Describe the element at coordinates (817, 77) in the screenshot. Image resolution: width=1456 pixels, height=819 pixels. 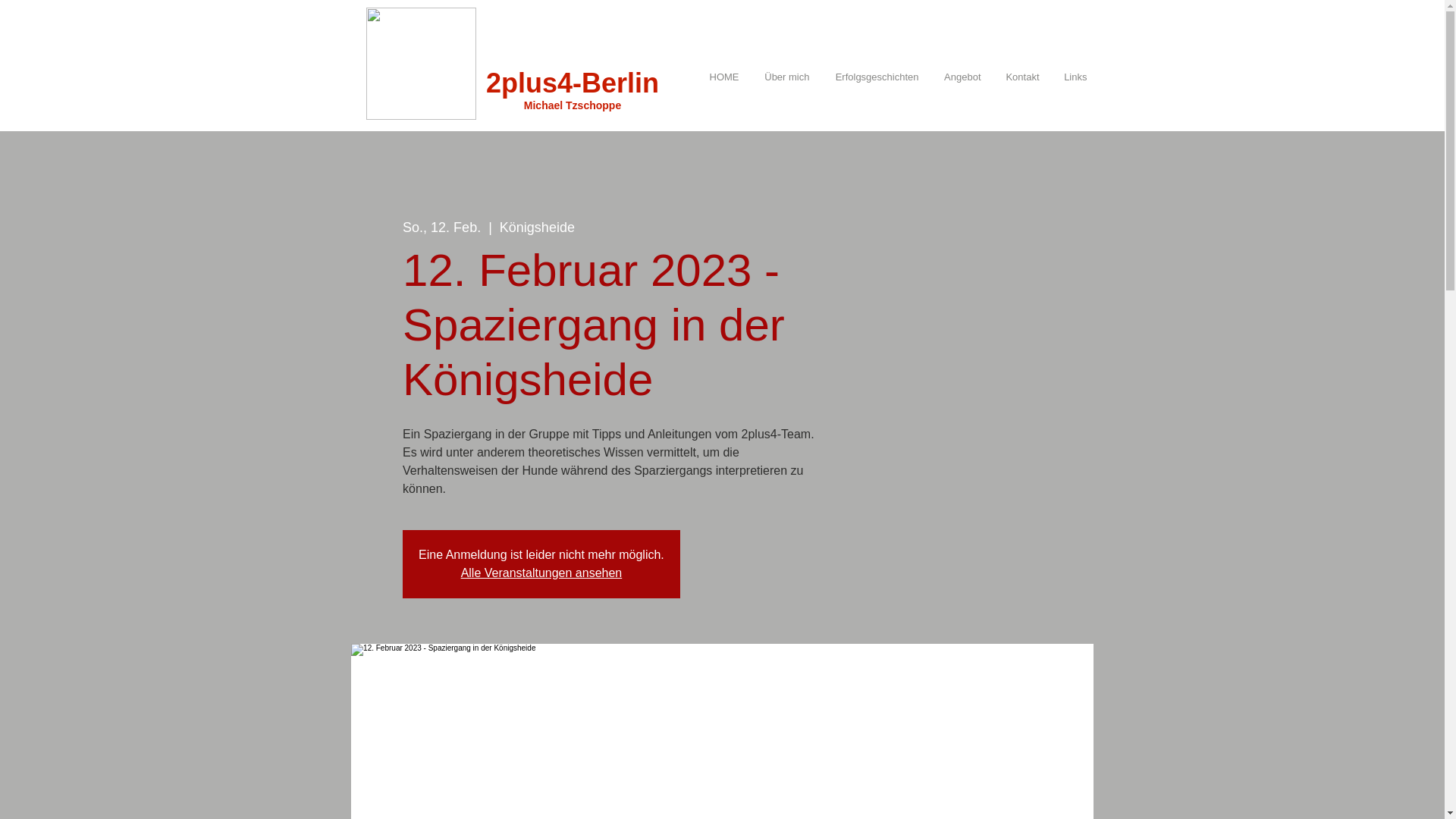
I see `'Erfolgsgeschichten'` at that location.